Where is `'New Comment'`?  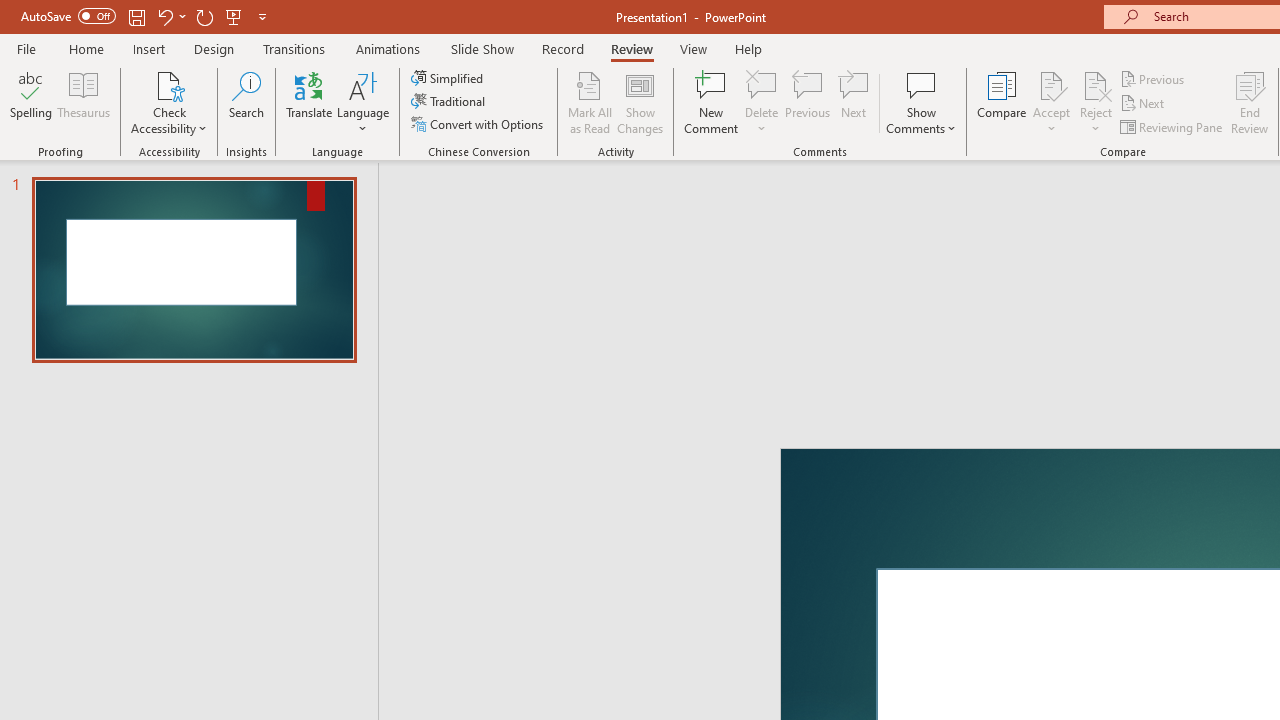 'New Comment' is located at coordinates (711, 103).